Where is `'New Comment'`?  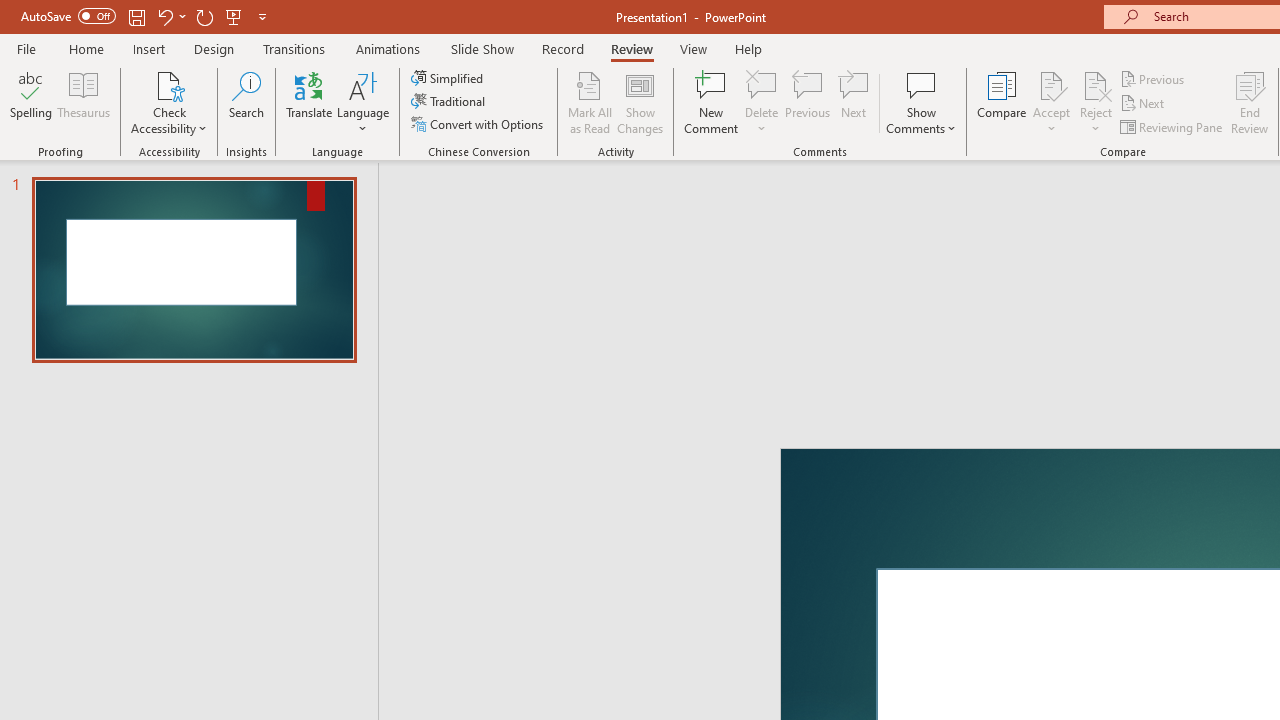 'New Comment' is located at coordinates (711, 103).